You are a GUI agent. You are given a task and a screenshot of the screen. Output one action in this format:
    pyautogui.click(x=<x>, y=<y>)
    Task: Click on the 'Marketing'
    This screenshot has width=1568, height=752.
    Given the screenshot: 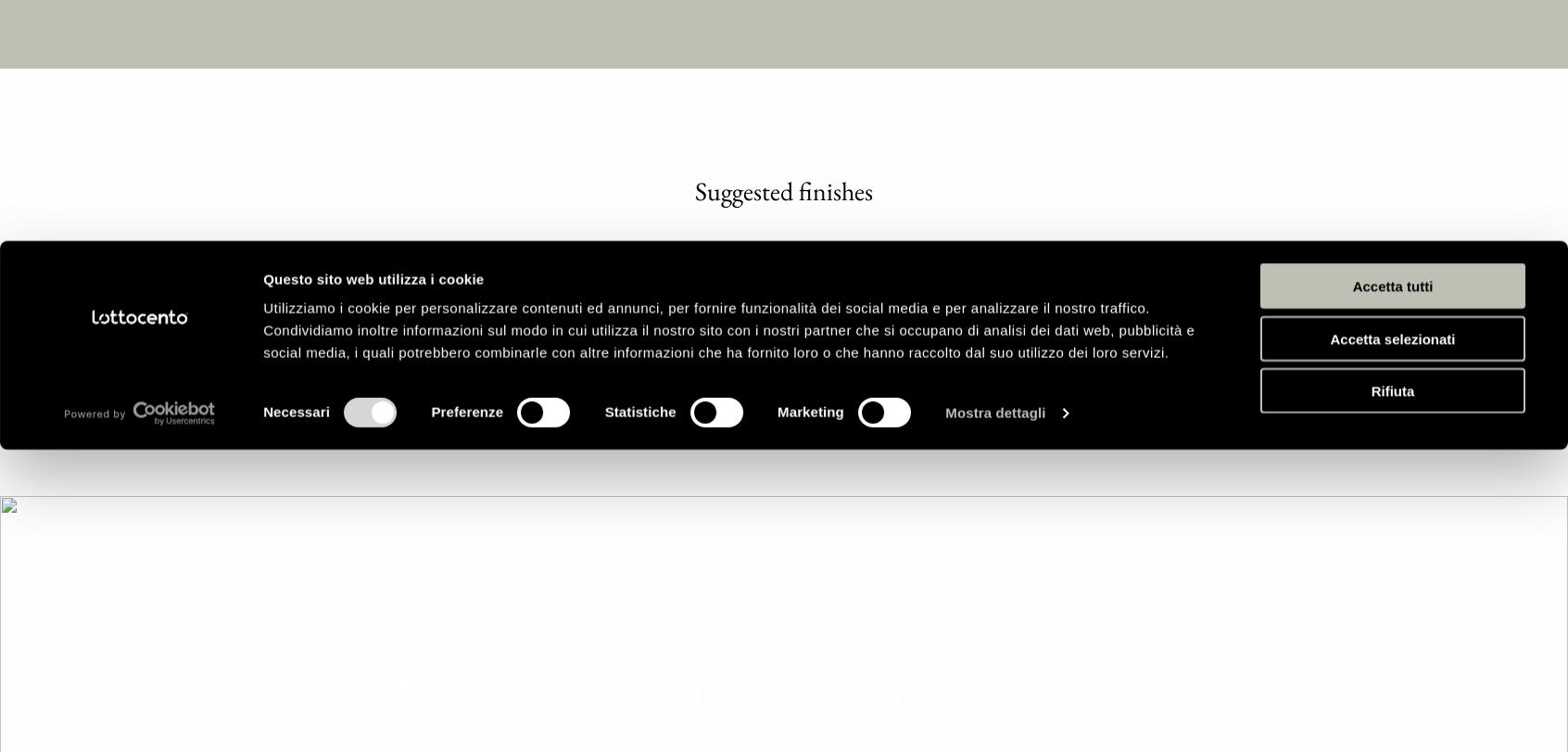 What is the action you would take?
    pyautogui.click(x=809, y=312)
    